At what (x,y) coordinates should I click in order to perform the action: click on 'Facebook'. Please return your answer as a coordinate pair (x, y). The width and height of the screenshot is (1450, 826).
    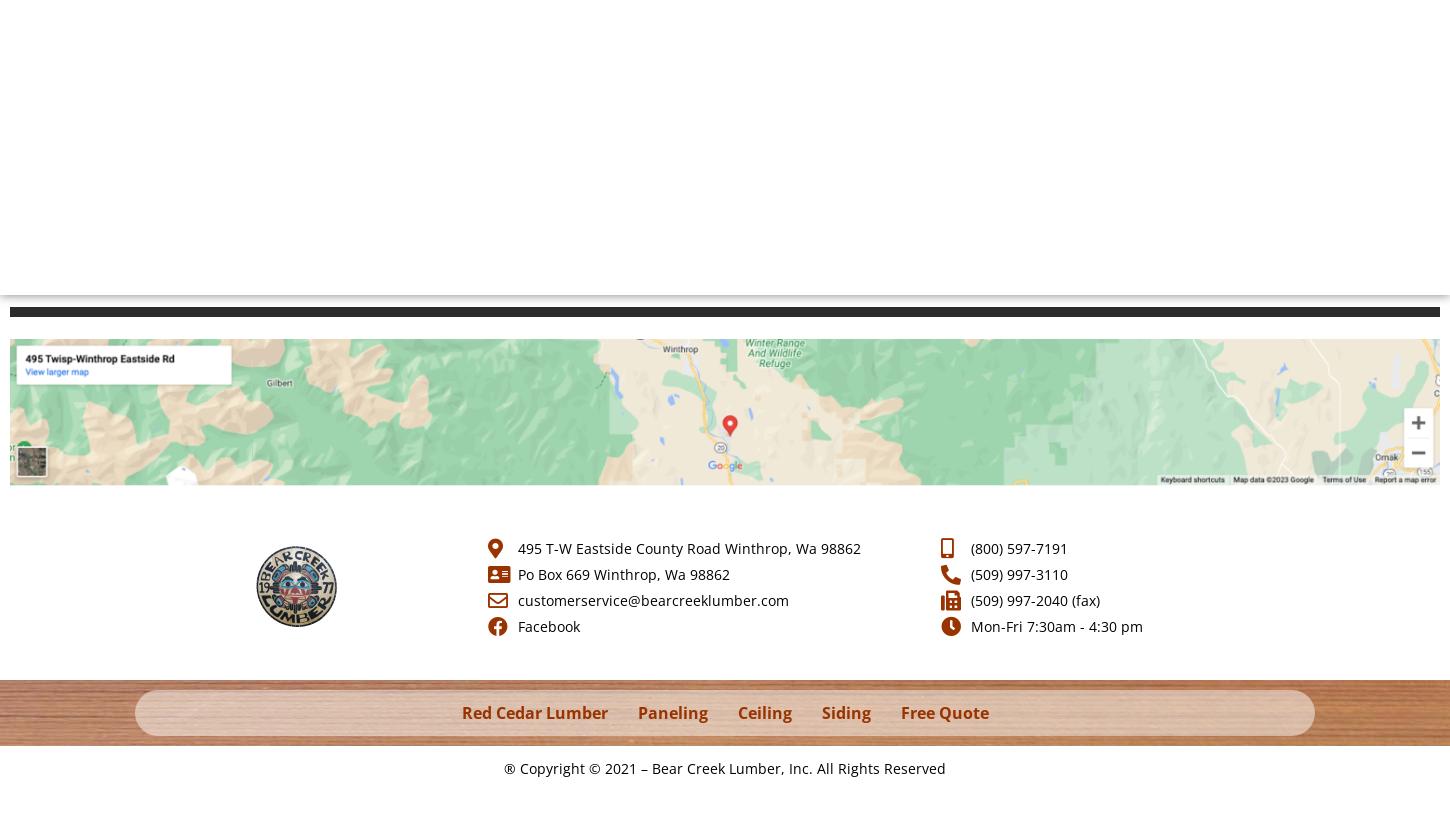
    Looking at the image, I should click on (547, 625).